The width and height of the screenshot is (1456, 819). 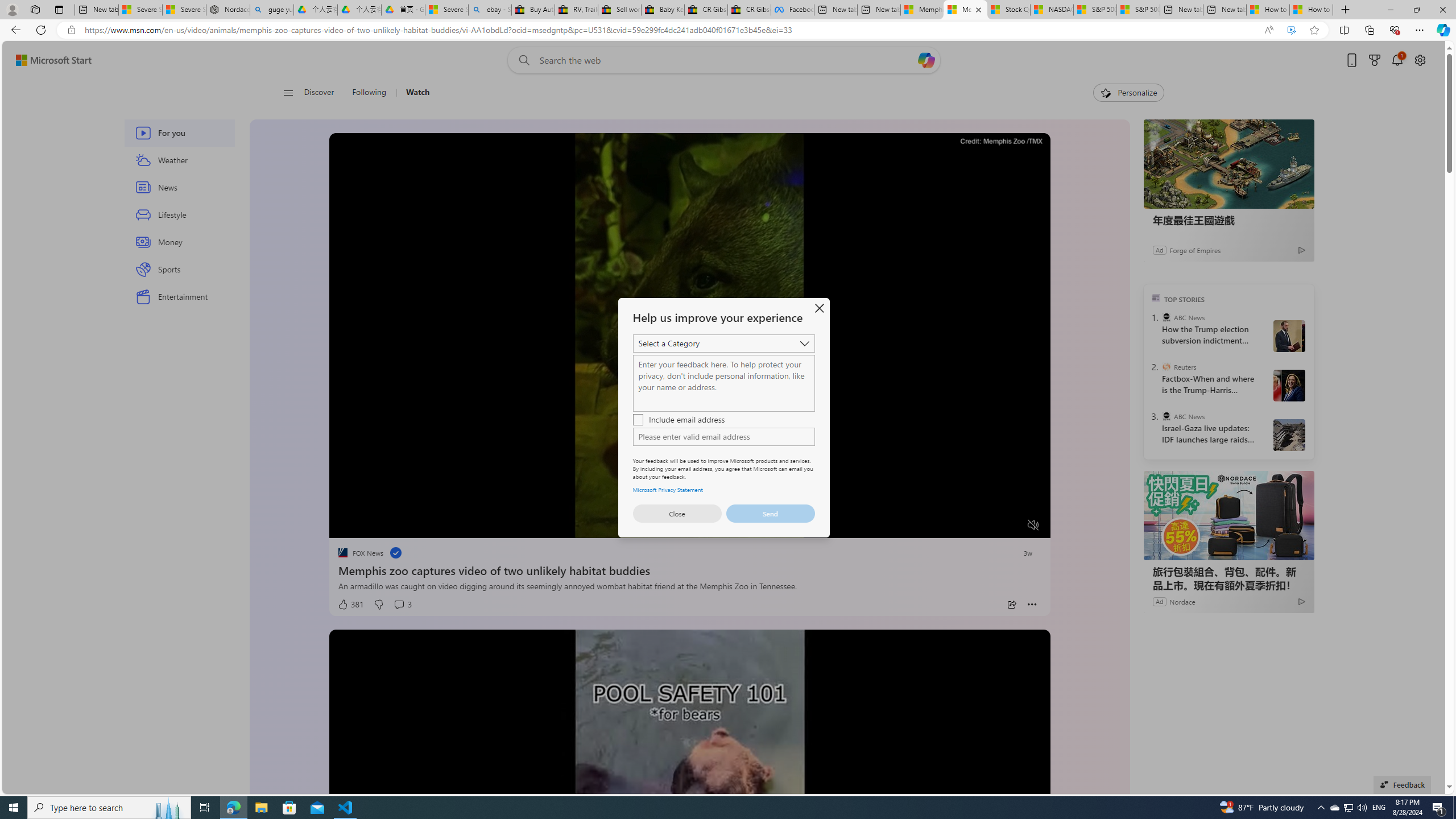 I want to click on 'AutomationID: control', so click(x=723, y=436).